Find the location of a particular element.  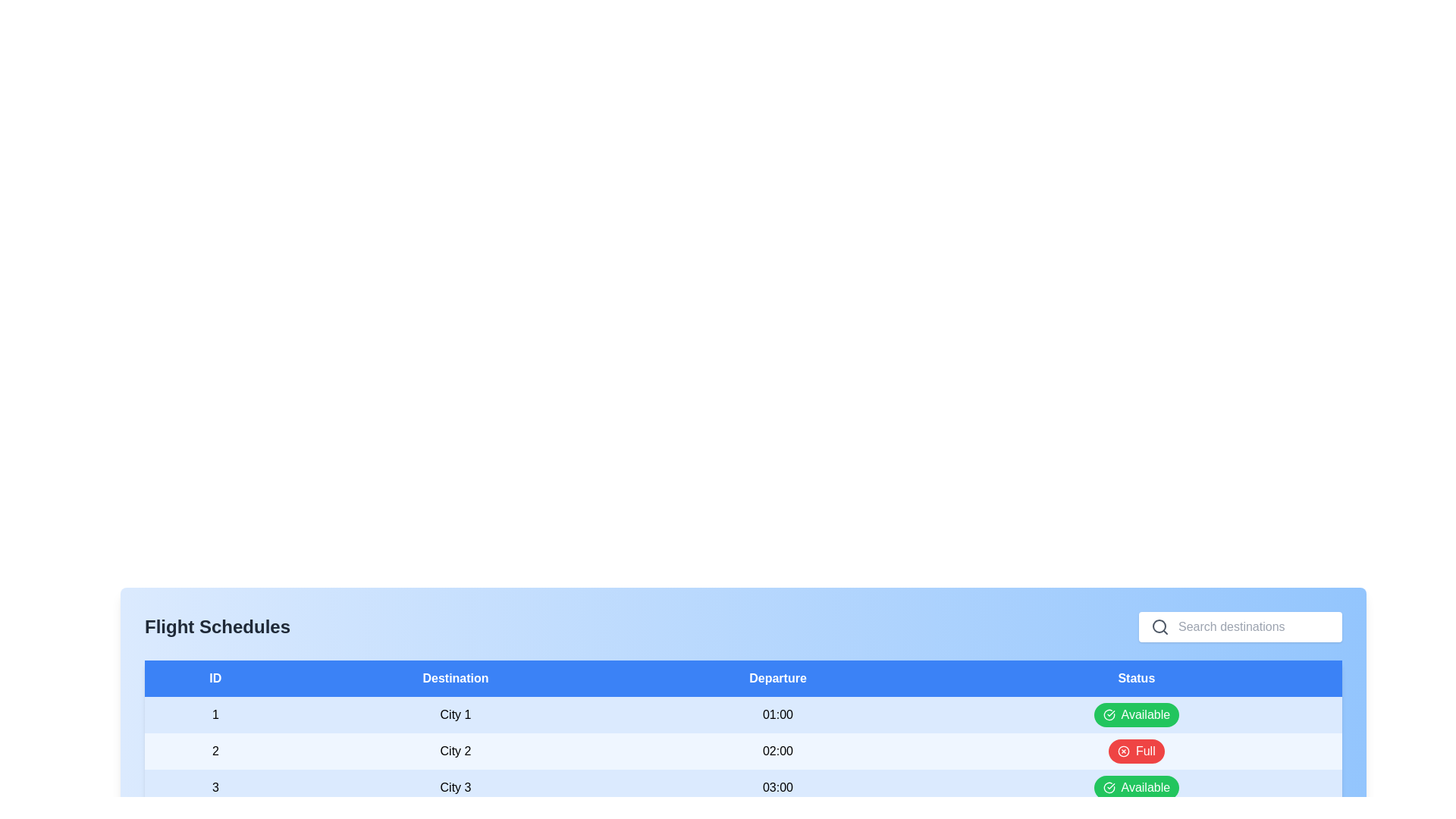

the column header Destination to sort or view information is located at coordinates (454, 677).